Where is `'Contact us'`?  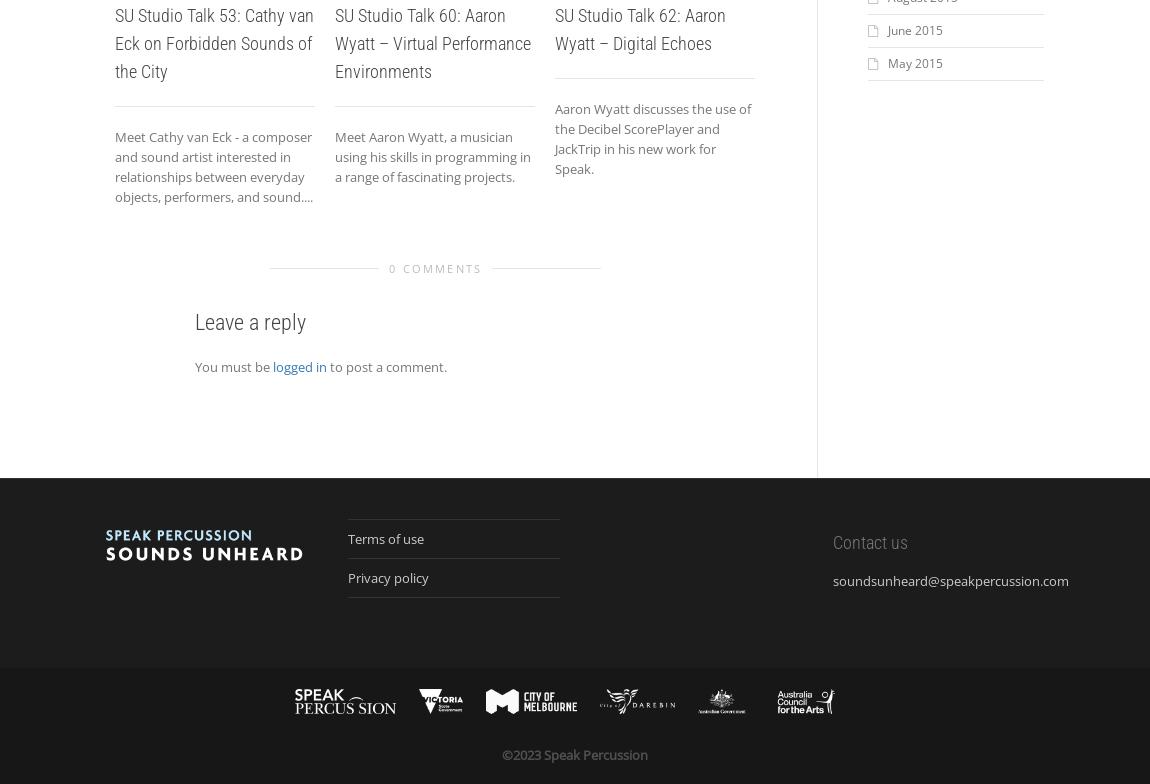
'Contact us' is located at coordinates (869, 542).